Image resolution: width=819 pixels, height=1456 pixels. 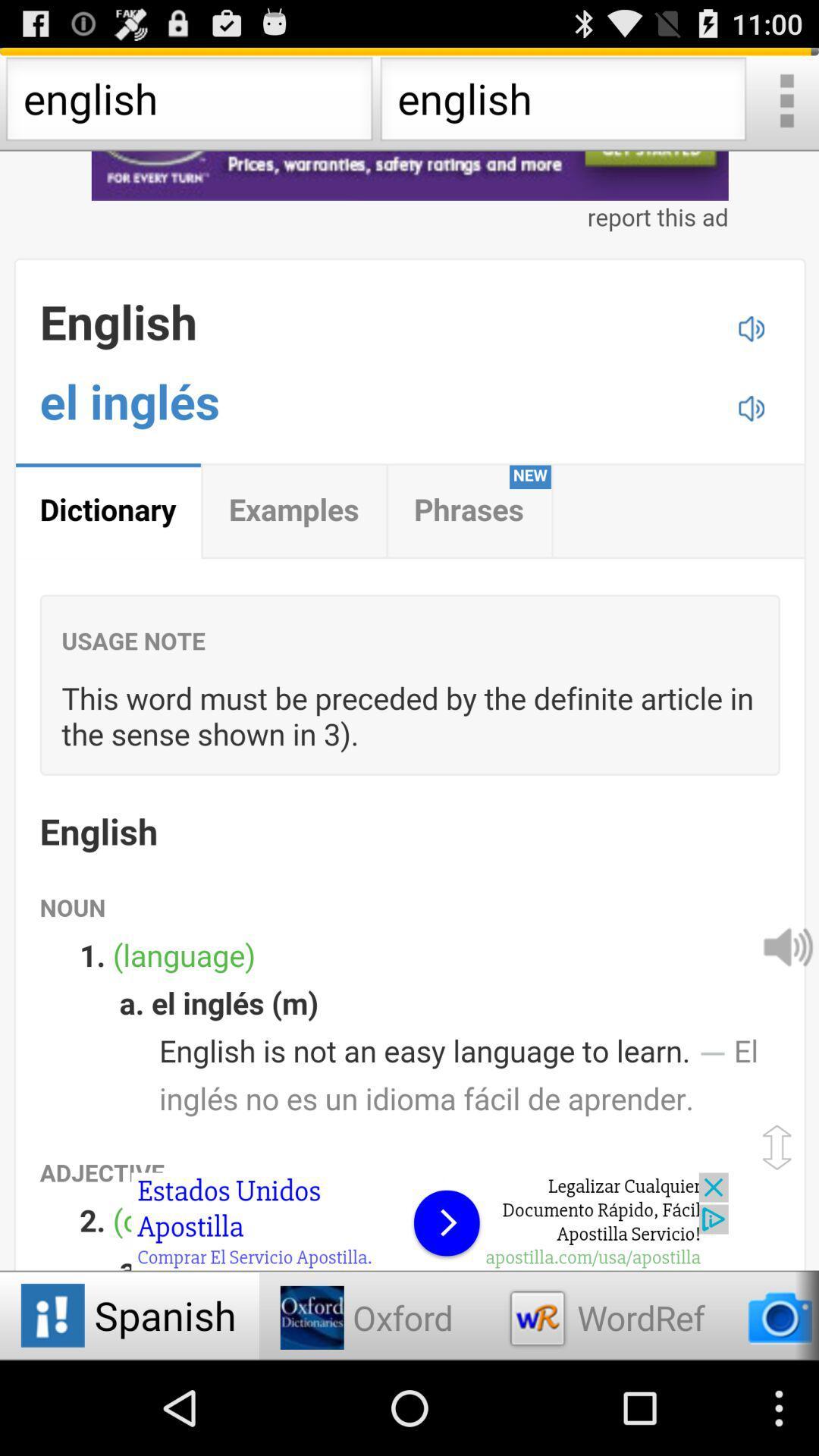 What do you see at coordinates (786, 945) in the screenshot?
I see `read definition aloud` at bounding box center [786, 945].